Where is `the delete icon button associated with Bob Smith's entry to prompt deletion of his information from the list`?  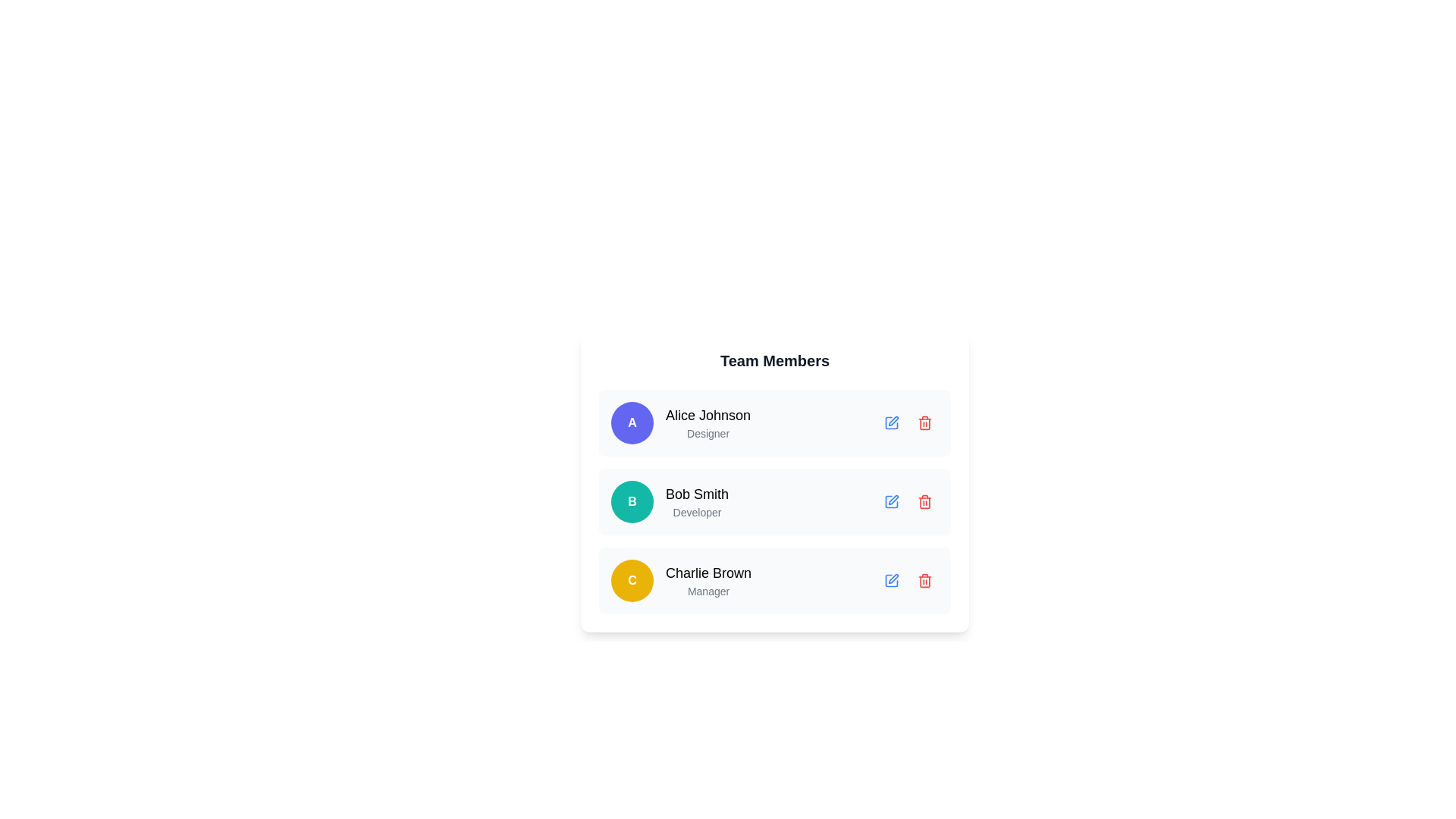 the delete icon button associated with Bob Smith's entry to prompt deletion of his information from the list is located at coordinates (924, 502).